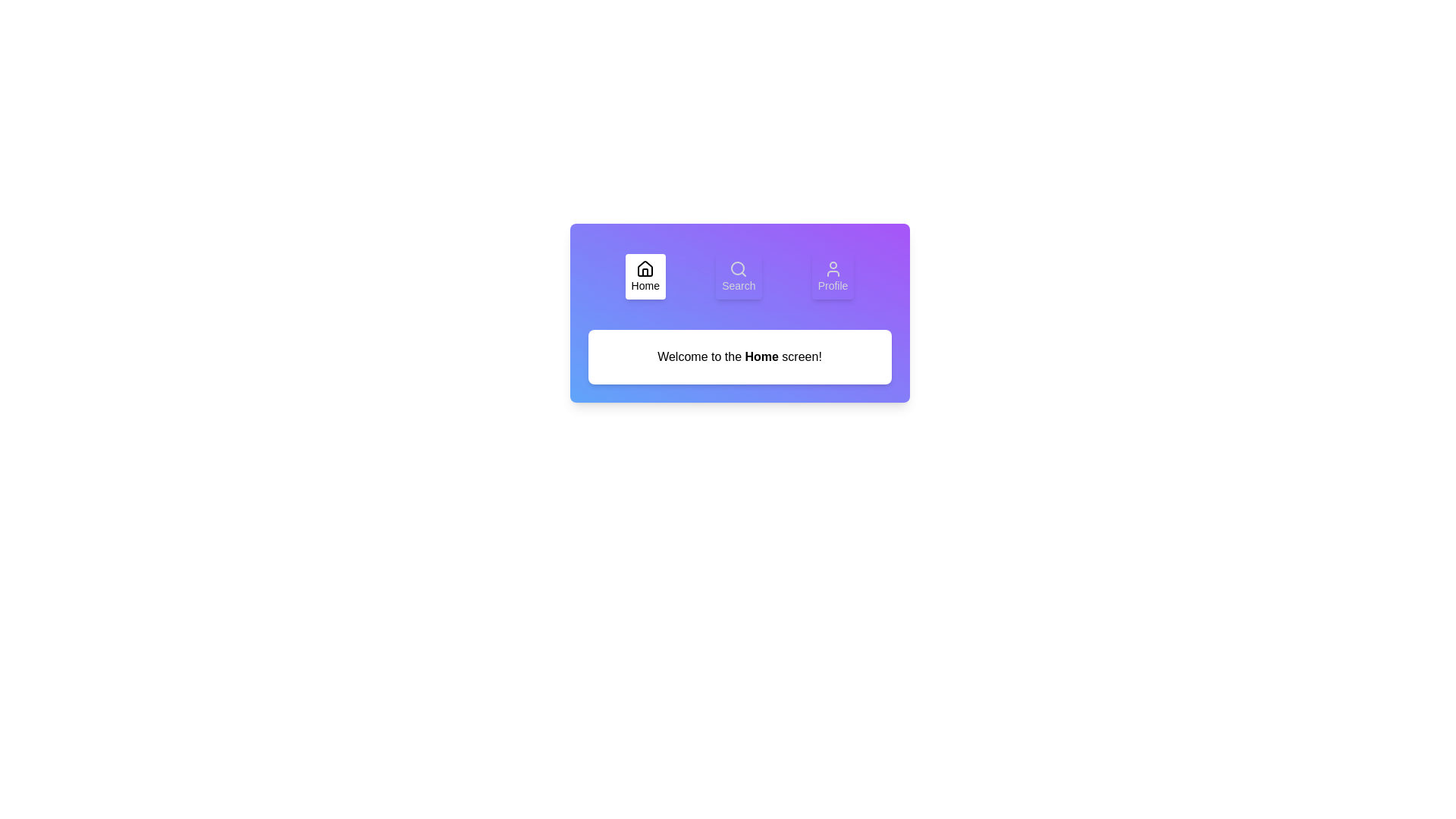  Describe the element at coordinates (645, 268) in the screenshot. I see `the stylized house icon, which is a minimalistic outline style in black, located in the first position among three icons in the navigation section` at that location.